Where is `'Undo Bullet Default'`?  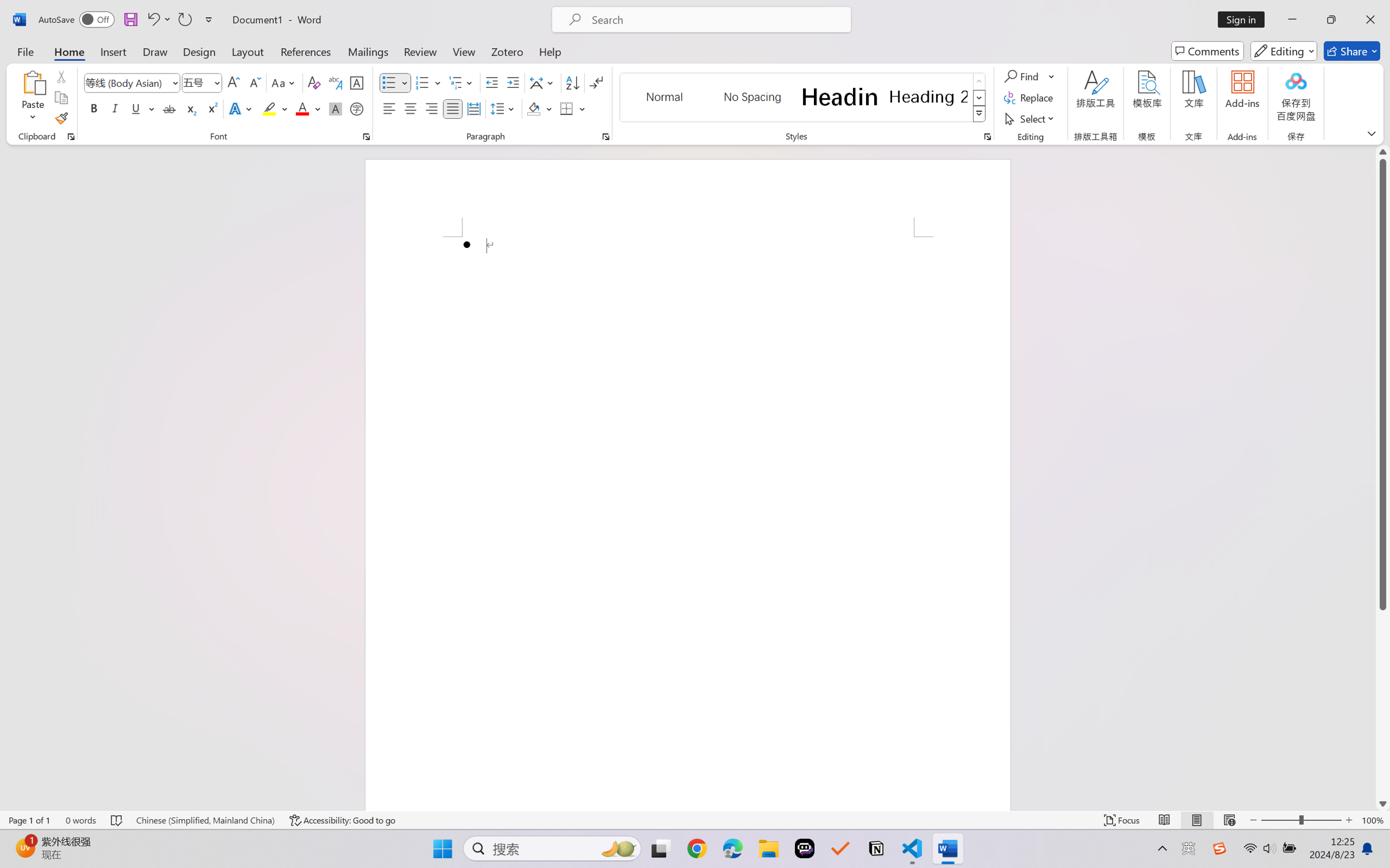
'Undo Bullet Default' is located at coordinates (152, 19).